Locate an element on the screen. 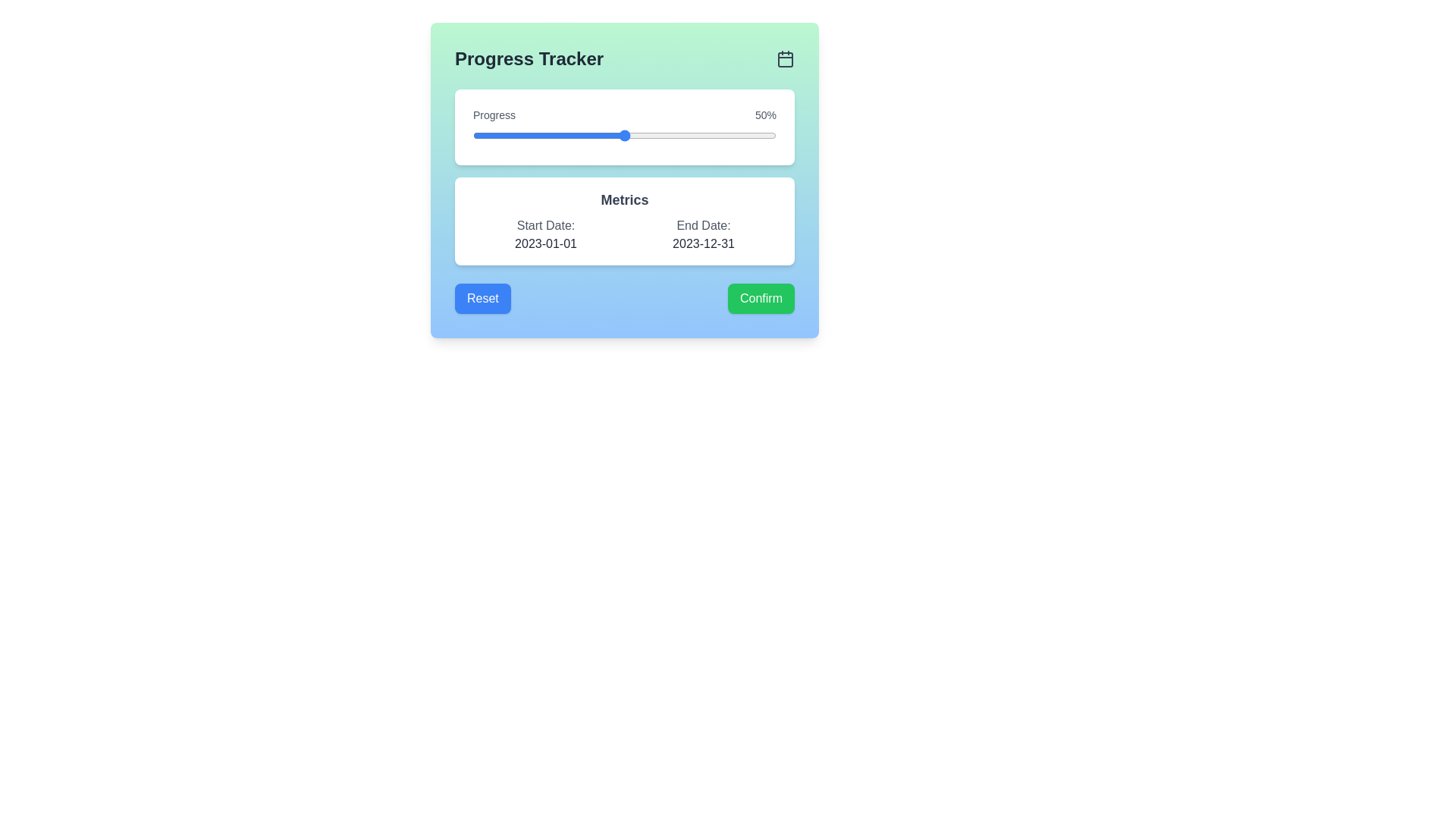  the progress is located at coordinates (658, 134).